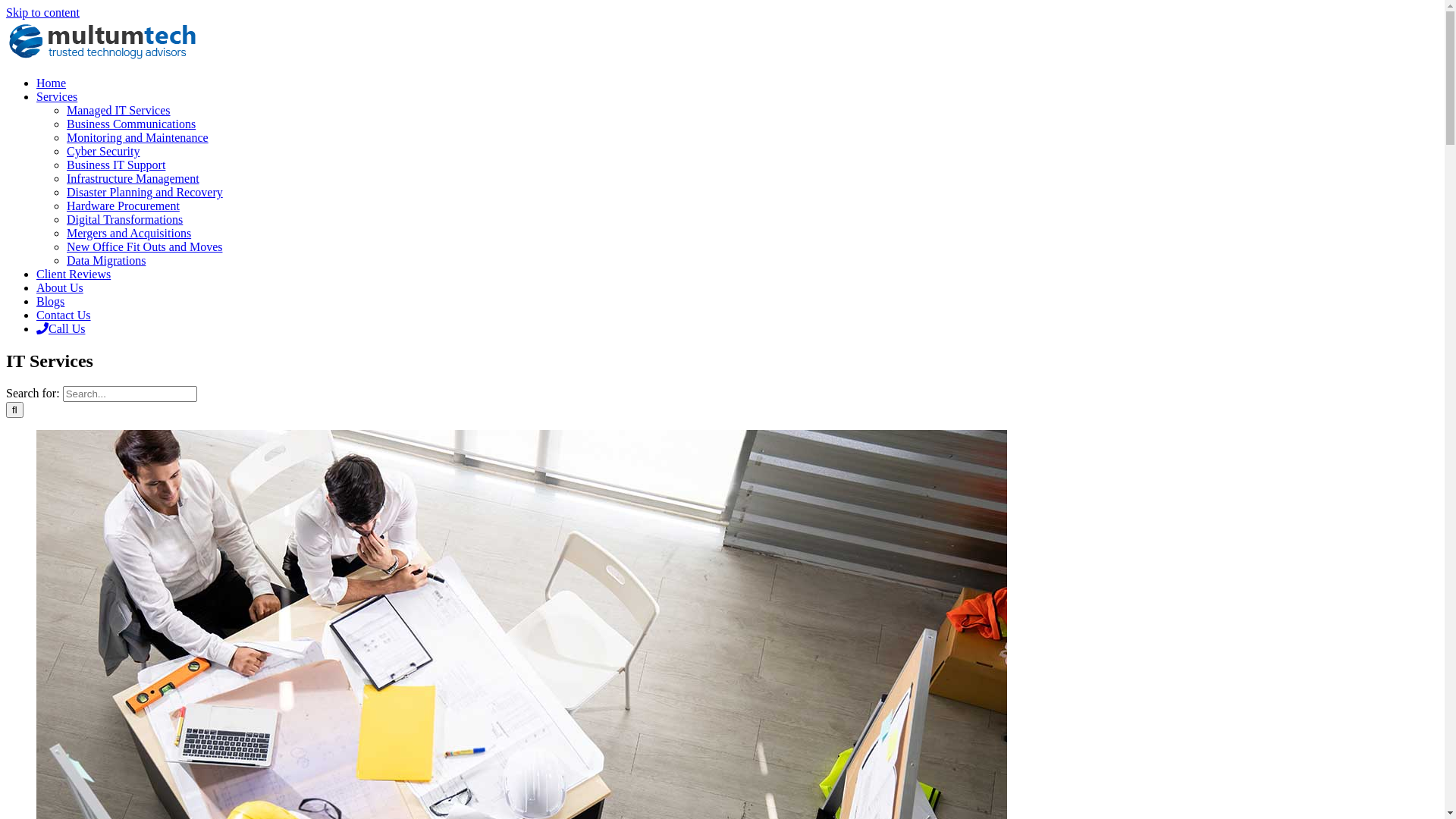 The width and height of the screenshot is (1456, 819). What do you see at coordinates (51, 83) in the screenshot?
I see `'Home'` at bounding box center [51, 83].